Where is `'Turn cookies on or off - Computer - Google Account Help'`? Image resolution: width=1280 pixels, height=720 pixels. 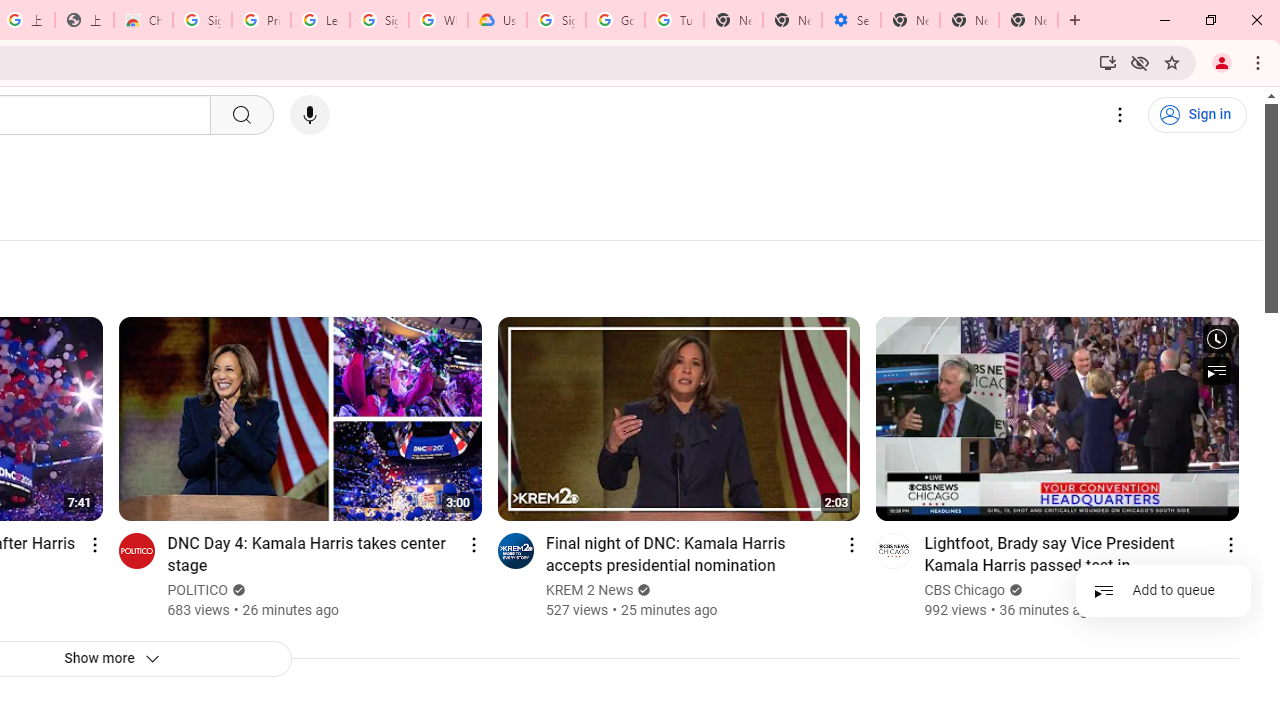 'Turn cookies on or off - Computer - Google Account Help' is located at coordinates (674, 20).